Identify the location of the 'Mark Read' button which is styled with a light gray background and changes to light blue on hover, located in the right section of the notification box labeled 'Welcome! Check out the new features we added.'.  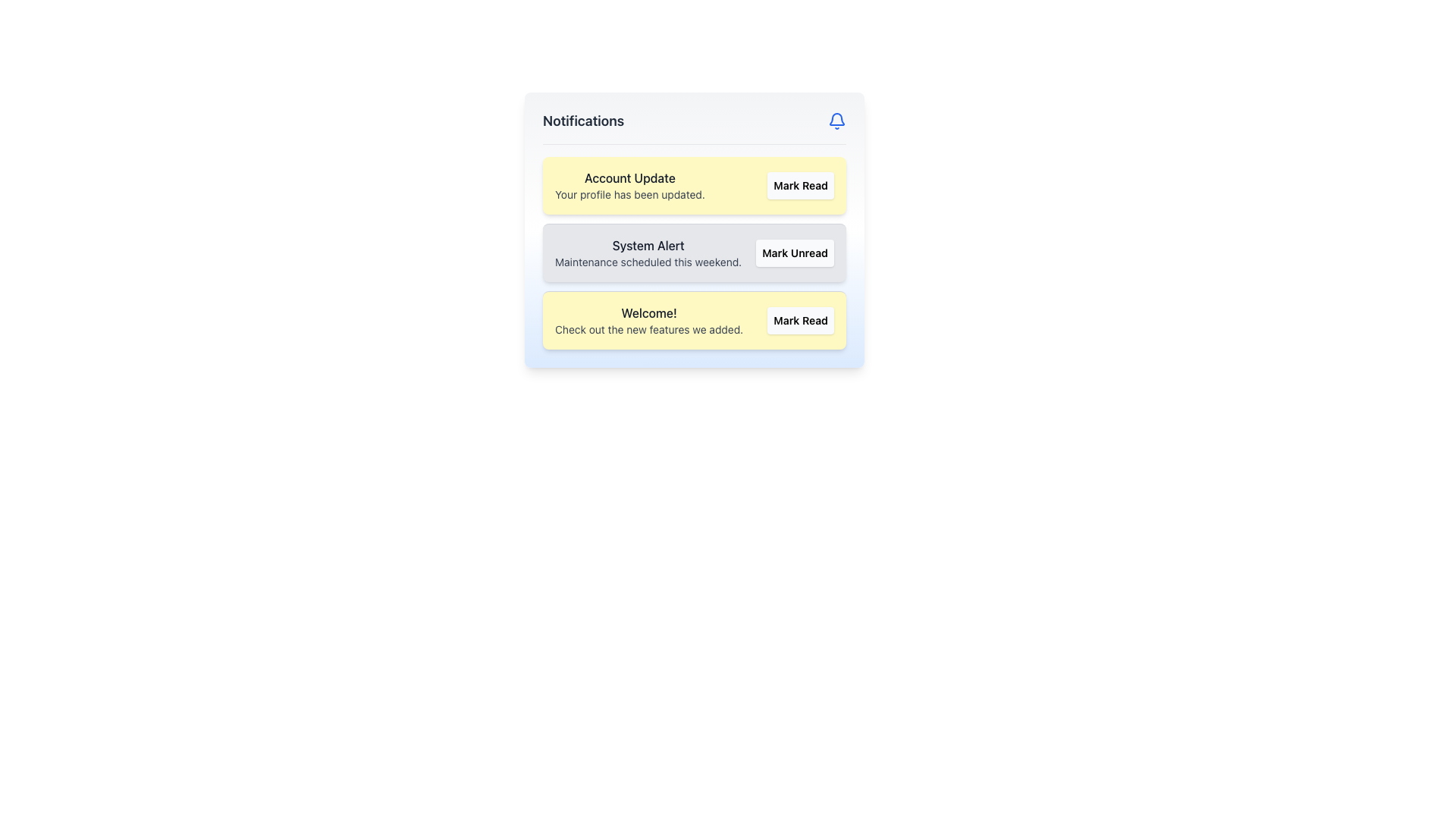
(800, 320).